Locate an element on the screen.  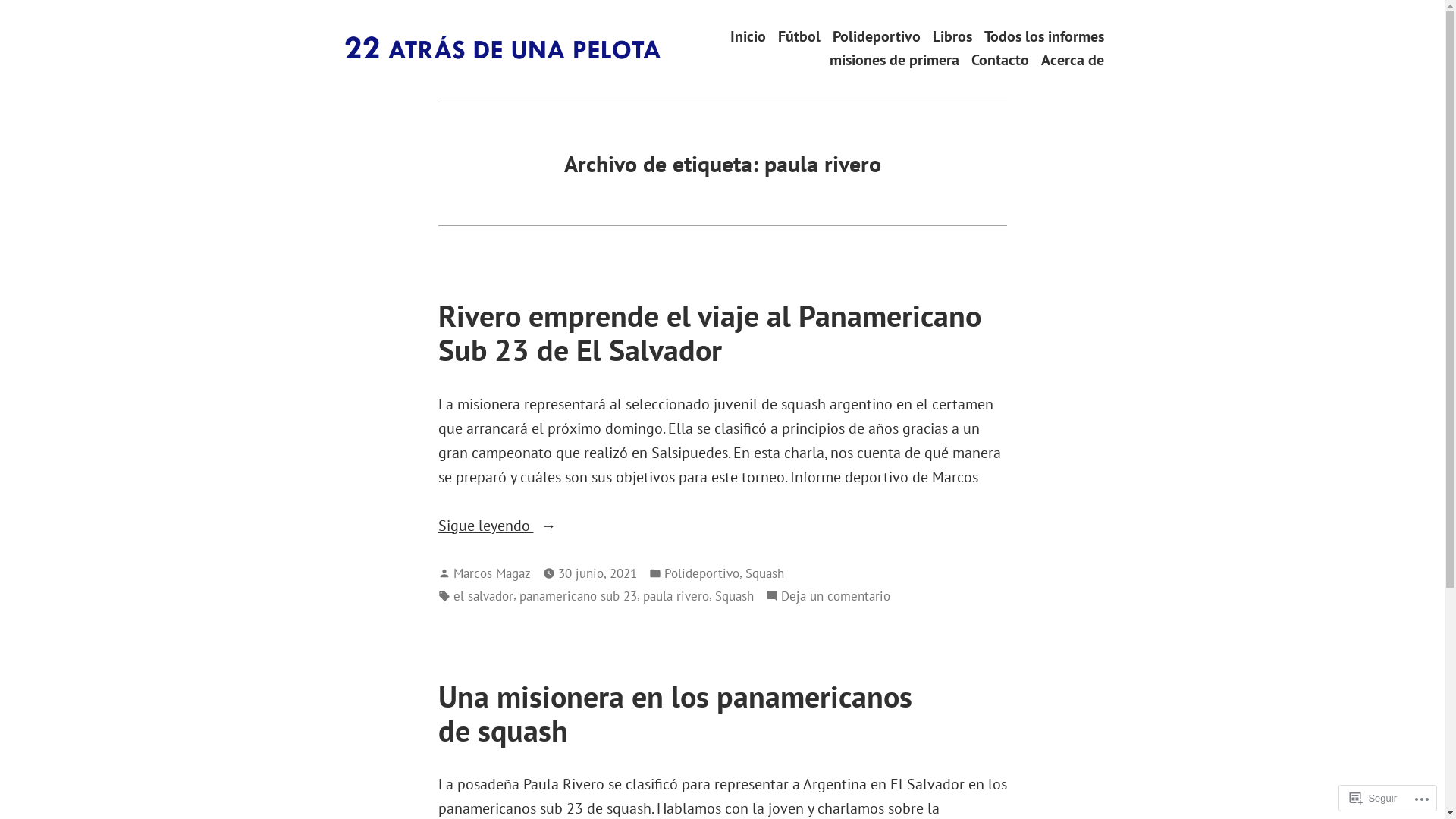
'Una misionera en los panamericanos de squash' is located at coordinates (674, 713).